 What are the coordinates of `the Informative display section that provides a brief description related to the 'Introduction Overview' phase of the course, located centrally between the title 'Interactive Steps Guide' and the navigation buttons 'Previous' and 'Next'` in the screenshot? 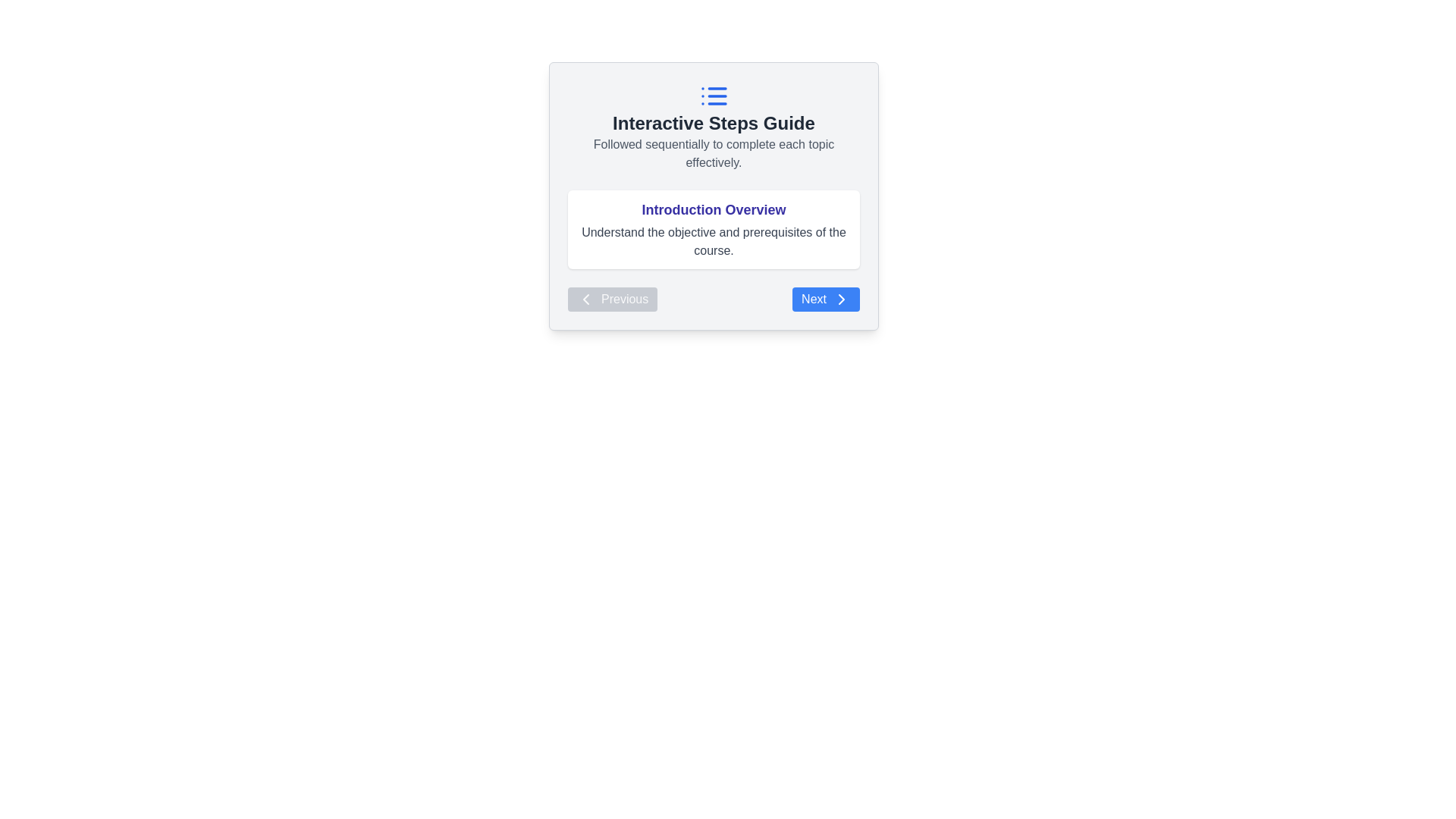 It's located at (713, 195).